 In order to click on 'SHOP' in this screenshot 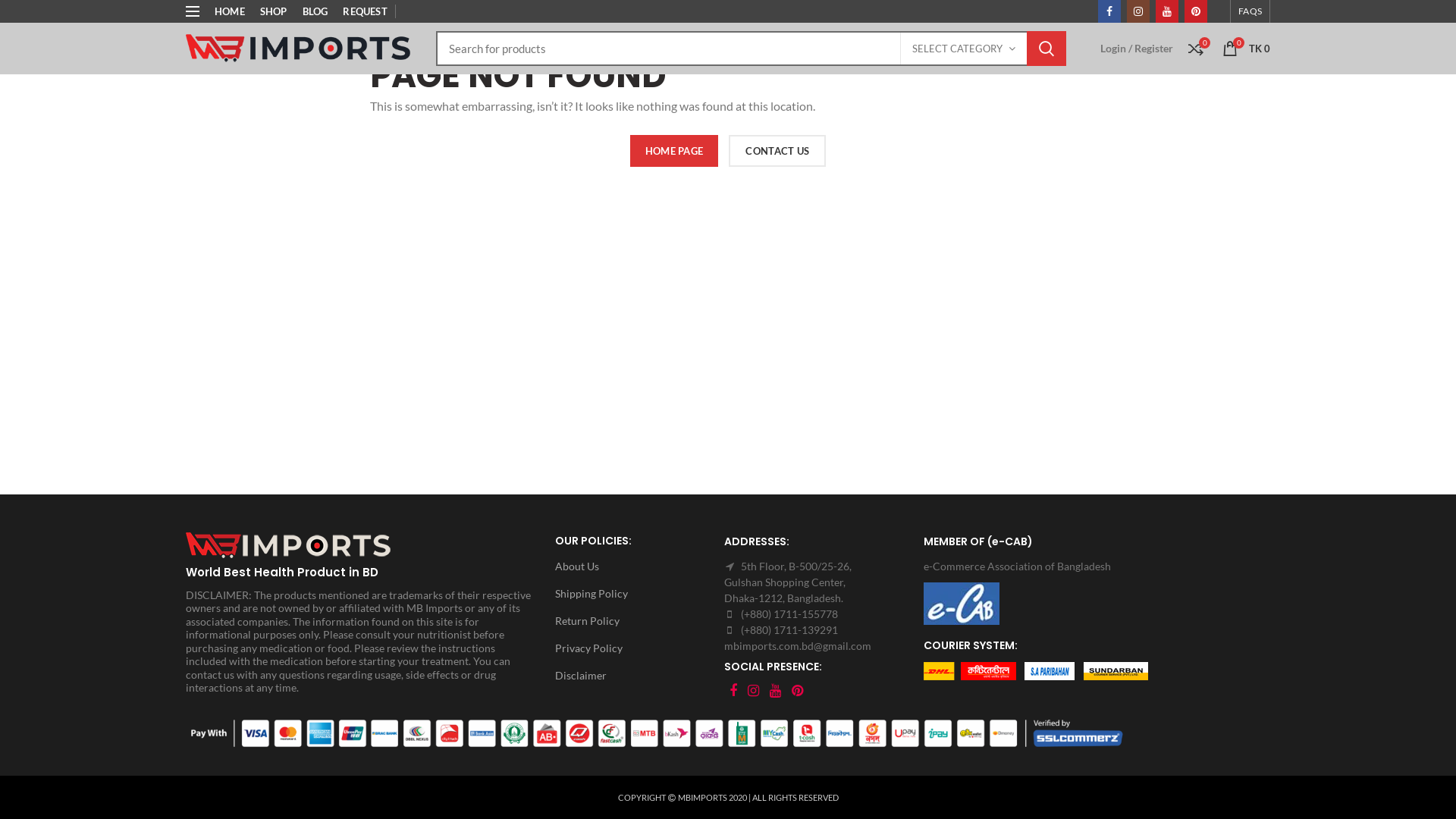, I will do `click(252, 11)`.